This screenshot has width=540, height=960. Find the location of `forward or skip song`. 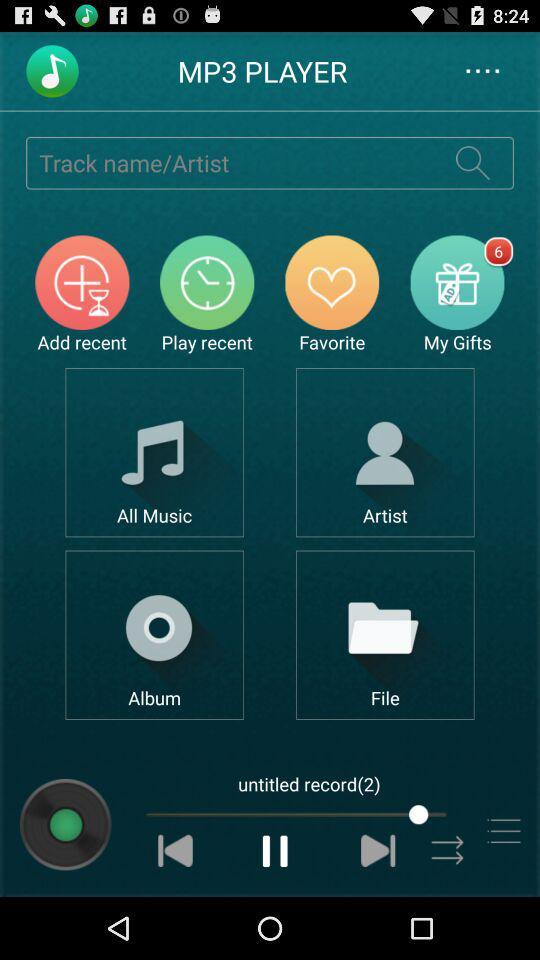

forward or skip song is located at coordinates (378, 849).